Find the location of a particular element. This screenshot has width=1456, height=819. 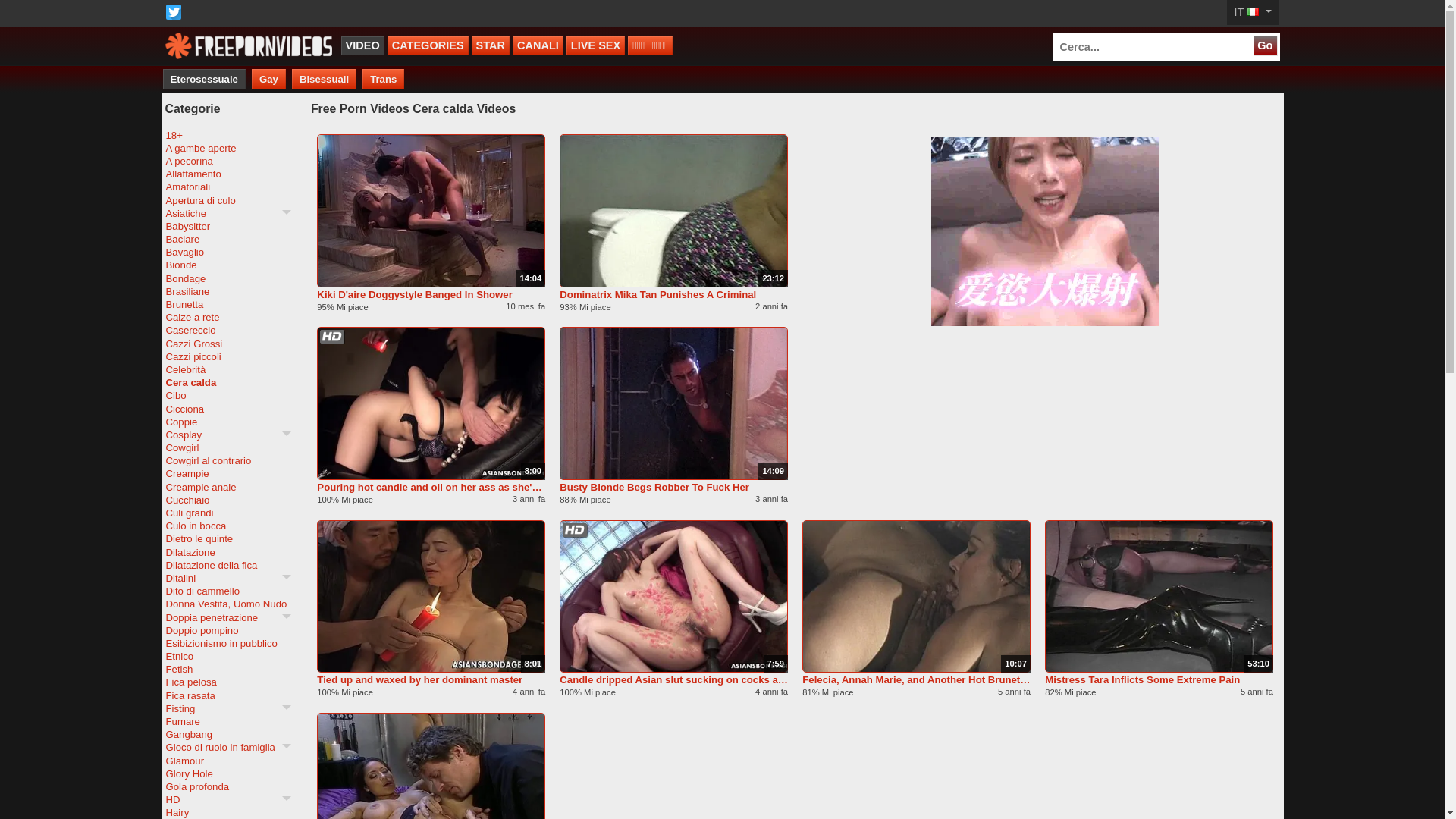

'Casereccio' is located at coordinates (227, 329).